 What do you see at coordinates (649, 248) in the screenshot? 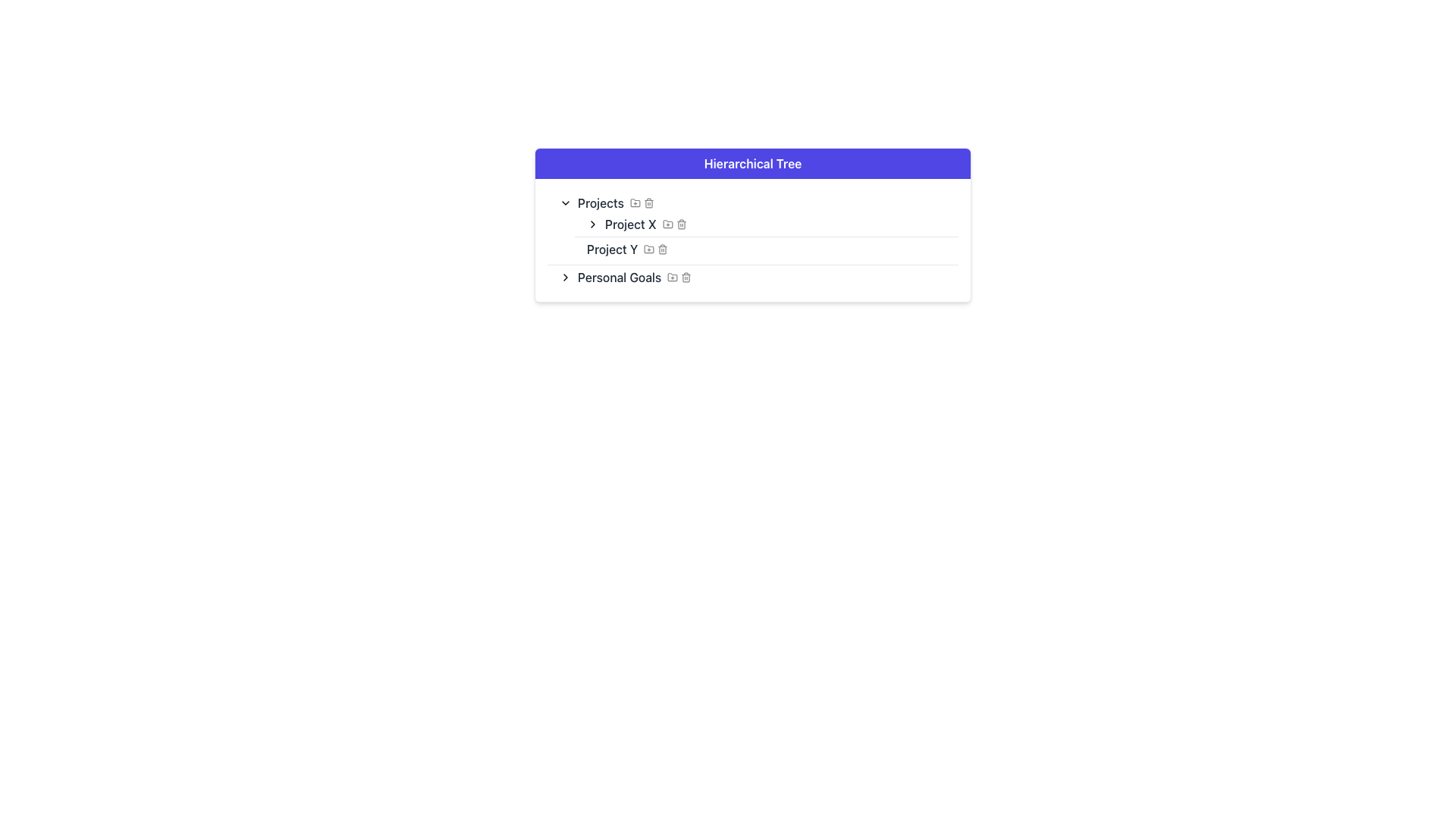
I see `the folder icon with a plus sign located in the second position of the icon group under 'Project Y' in the 'Hierarchical Tree' section` at bounding box center [649, 248].